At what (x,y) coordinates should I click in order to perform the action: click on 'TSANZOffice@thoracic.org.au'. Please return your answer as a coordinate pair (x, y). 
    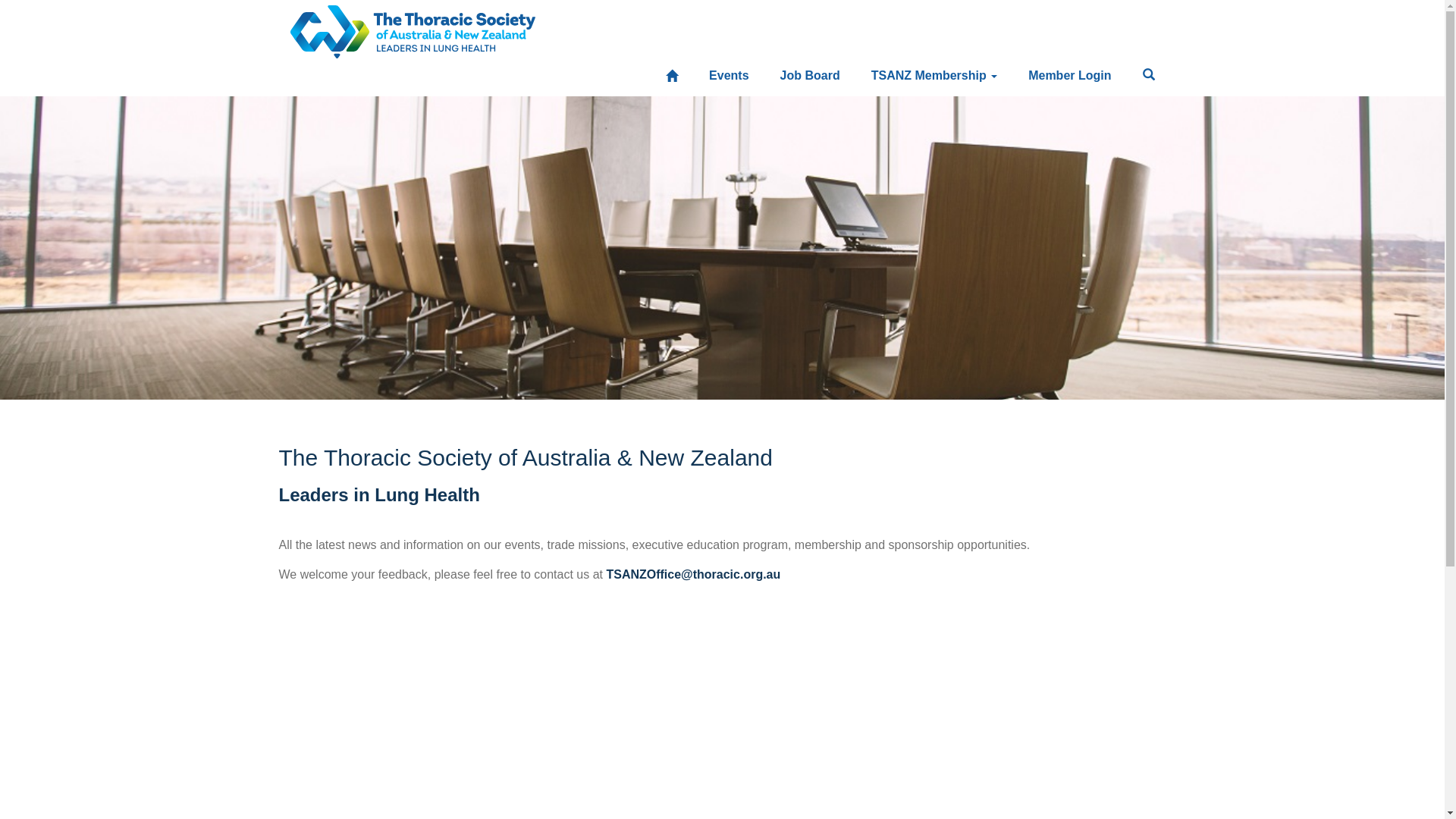
    Looking at the image, I should click on (692, 574).